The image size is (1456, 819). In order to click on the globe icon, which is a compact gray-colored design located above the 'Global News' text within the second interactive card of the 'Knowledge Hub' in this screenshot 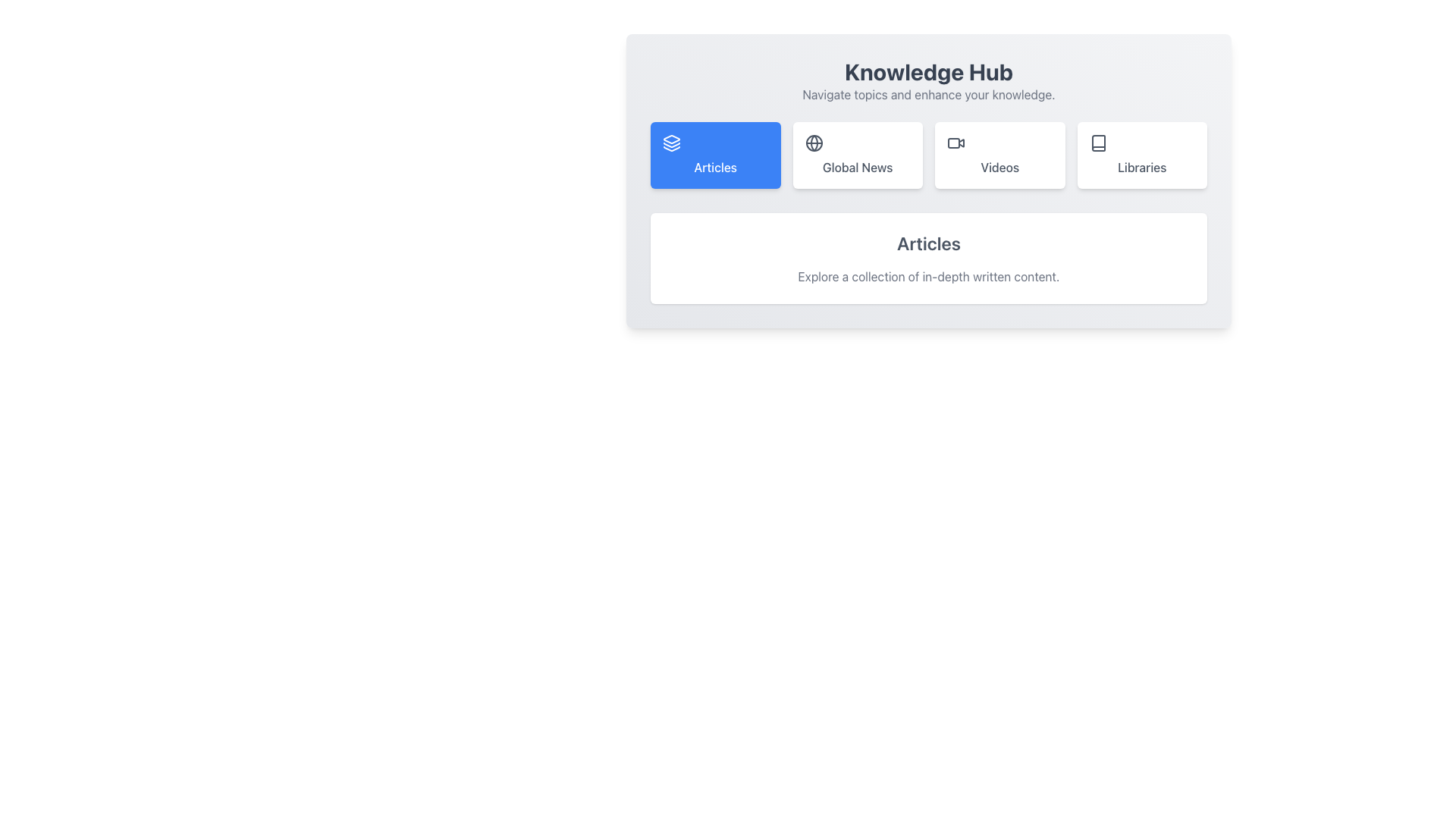, I will do `click(813, 143)`.